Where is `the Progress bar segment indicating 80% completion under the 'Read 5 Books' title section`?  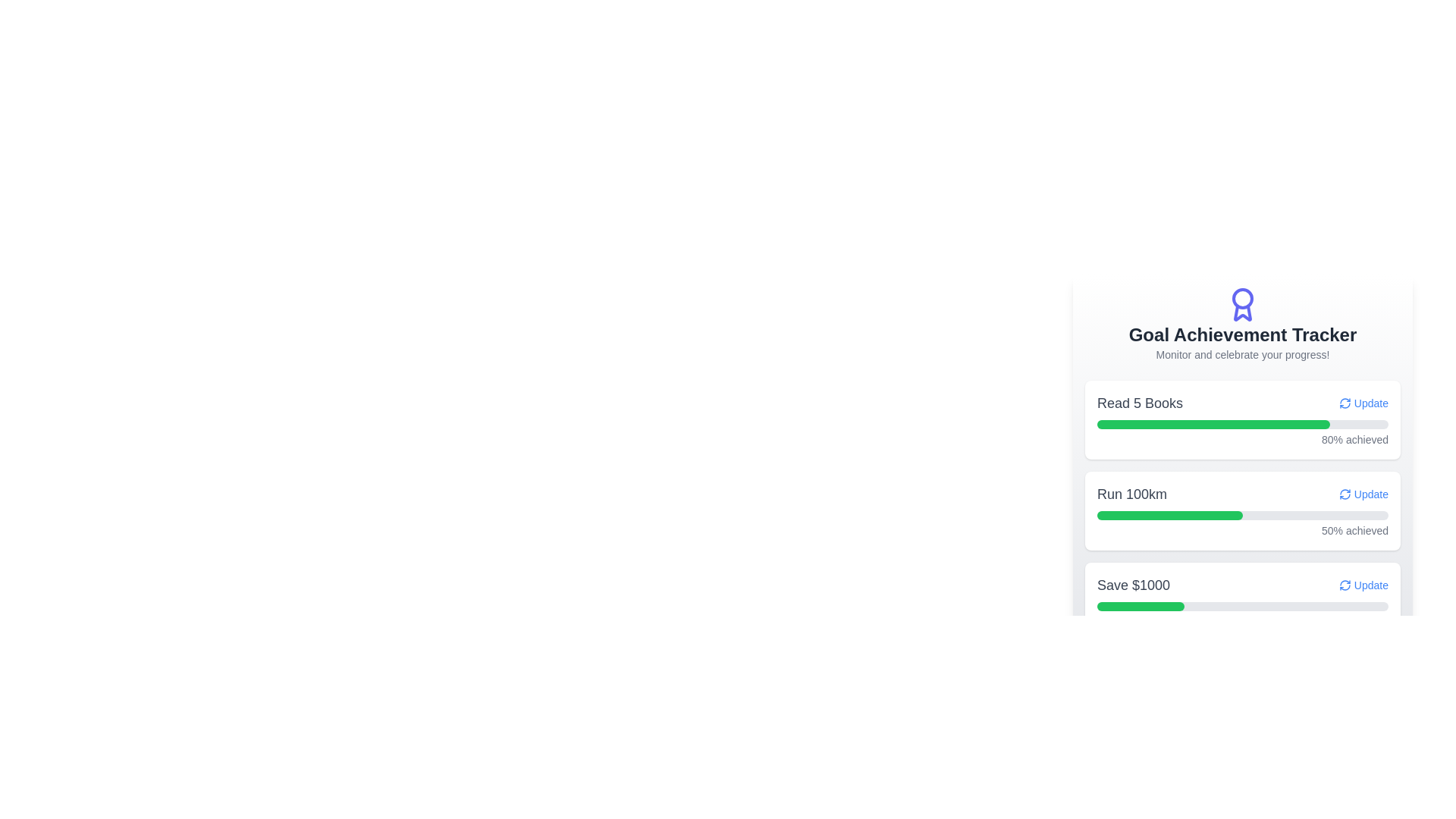
the Progress bar segment indicating 80% completion under the 'Read 5 Books' title section is located at coordinates (1213, 424).